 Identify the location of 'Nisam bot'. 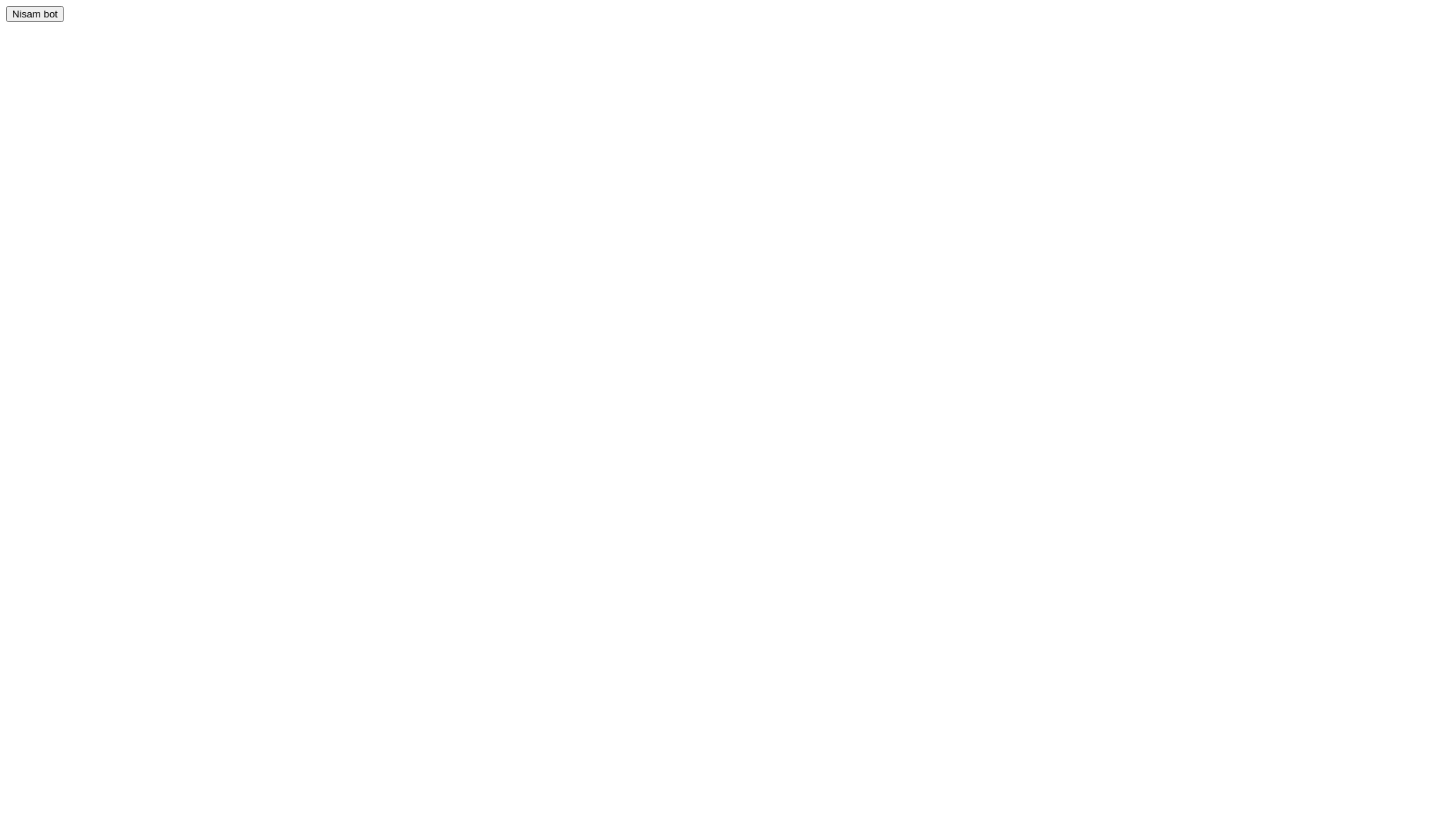
(35, 14).